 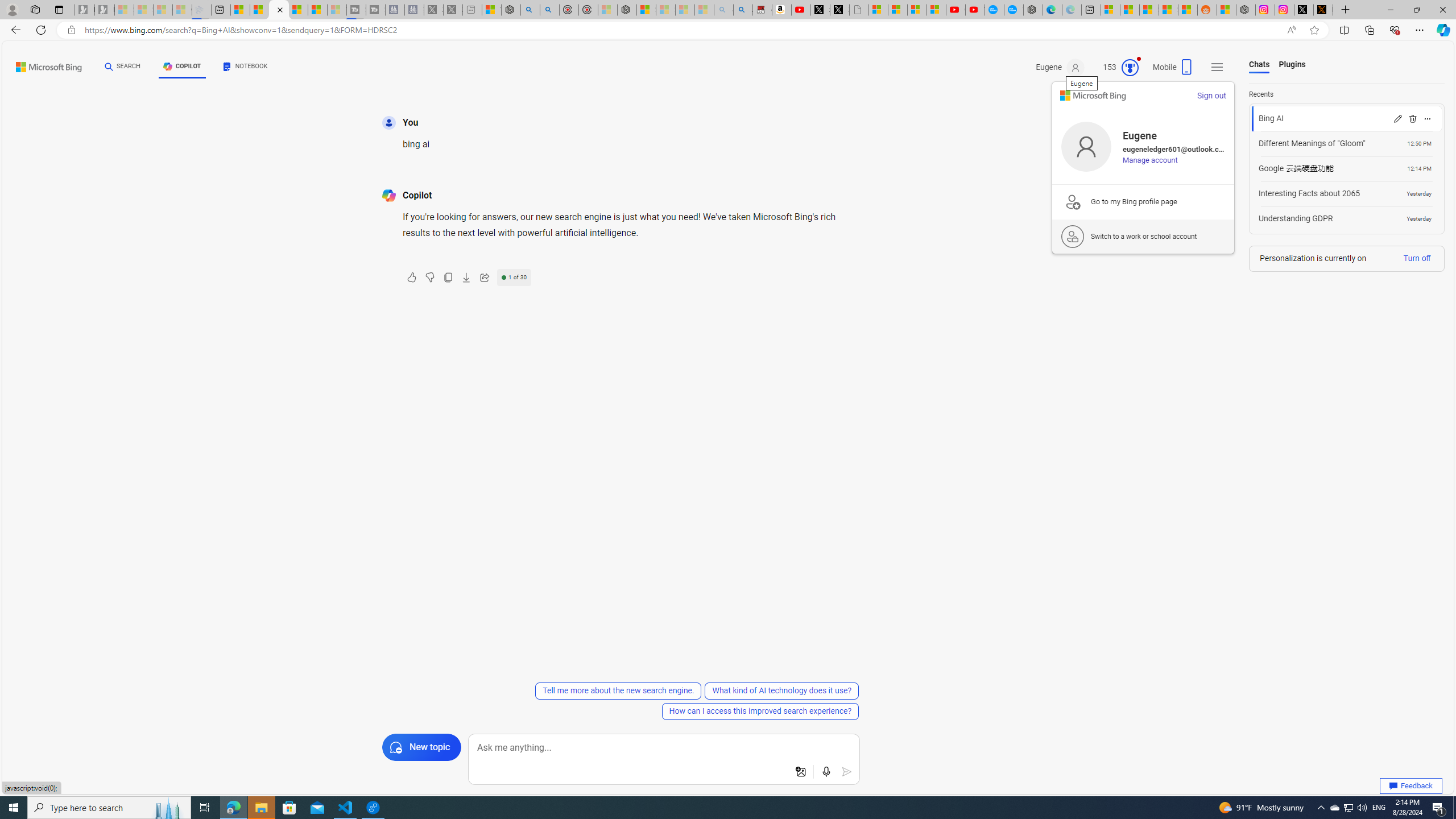 What do you see at coordinates (1419, 29) in the screenshot?
I see `'Settings and more (Alt+F)'` at bounding box center [1419, 29].